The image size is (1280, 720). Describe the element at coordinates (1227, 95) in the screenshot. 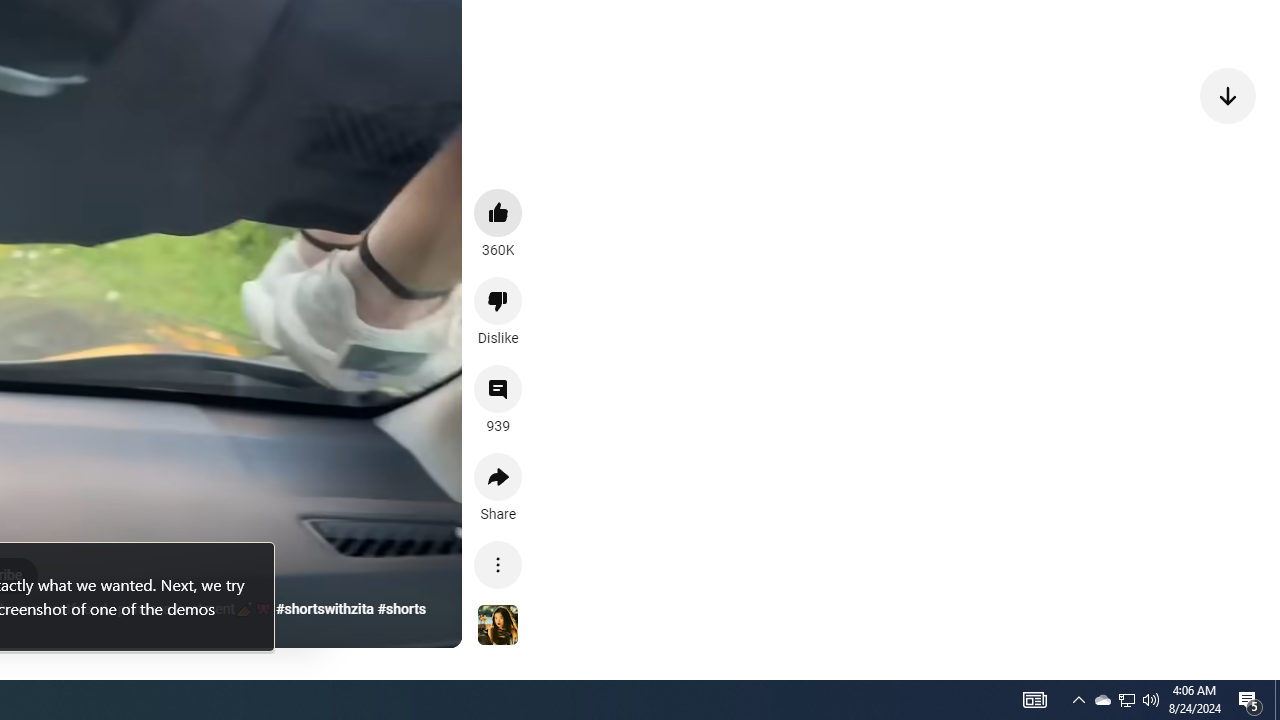

I see `'Next video'` at that location.